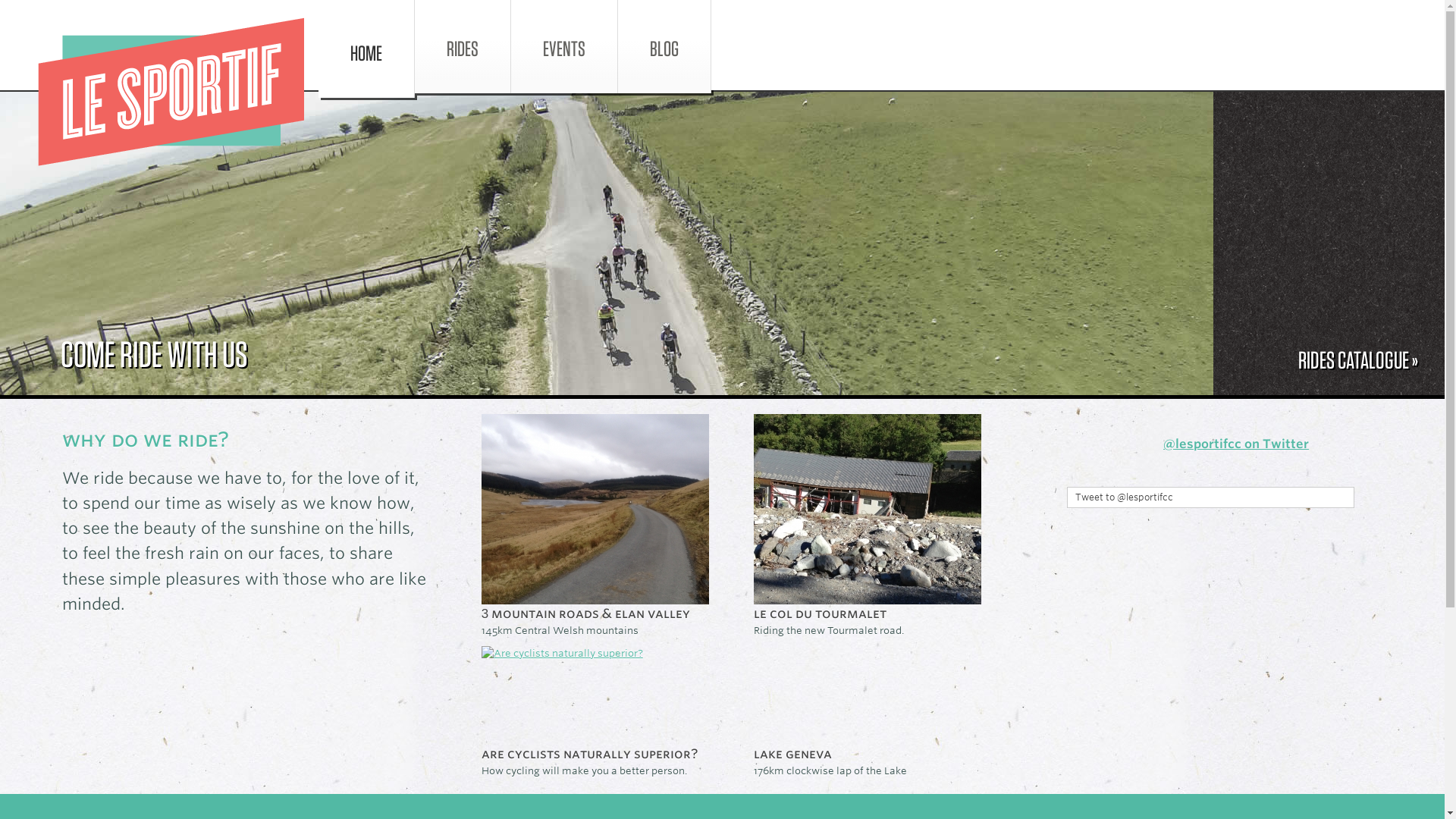  Describe the element at coordinates (171, 91) in the screenshot. I see `'Le Sportif'` at that location.